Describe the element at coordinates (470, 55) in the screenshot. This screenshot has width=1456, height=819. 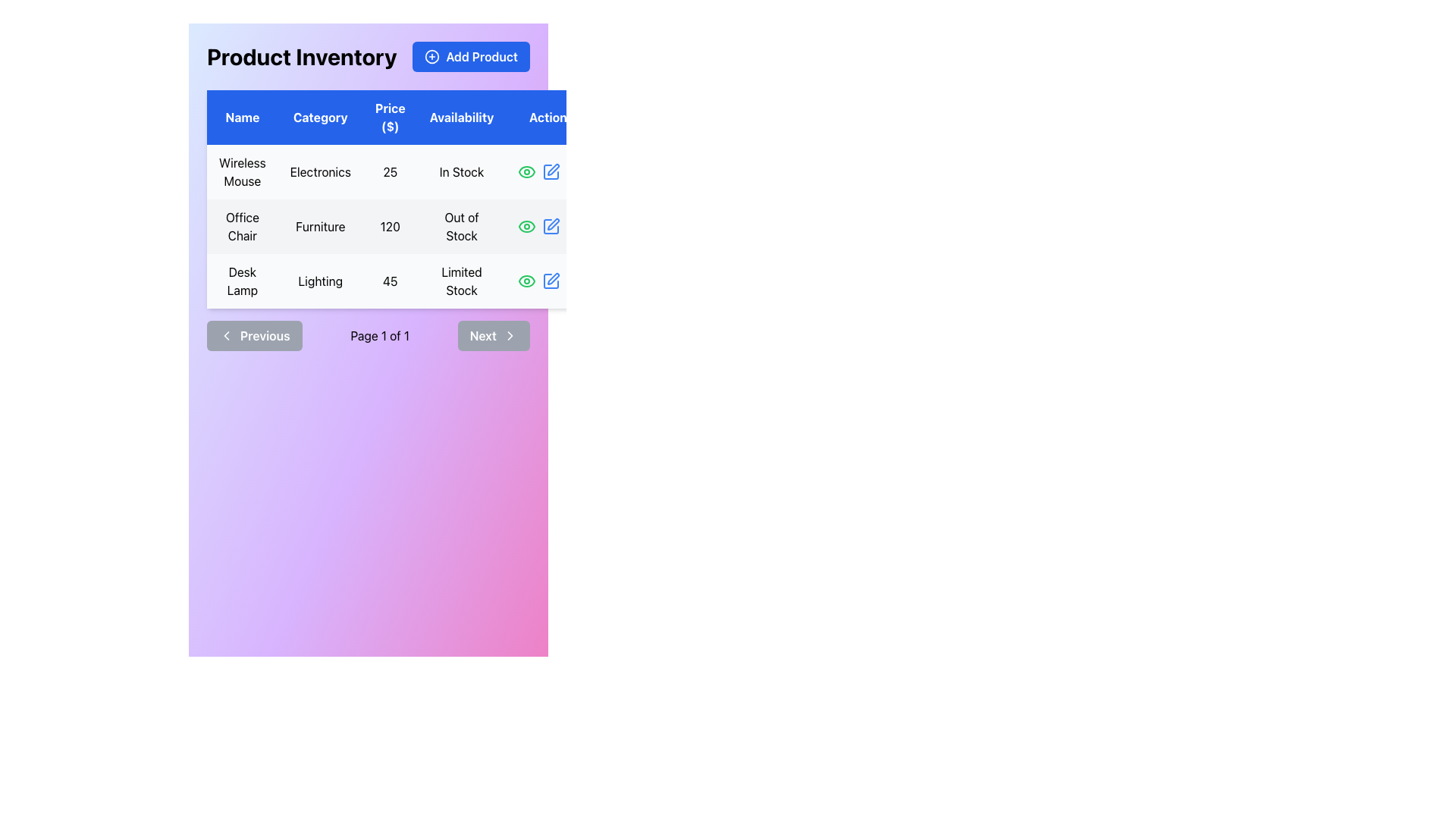
I see `the button that adds a new product to the inventory list` at that location.